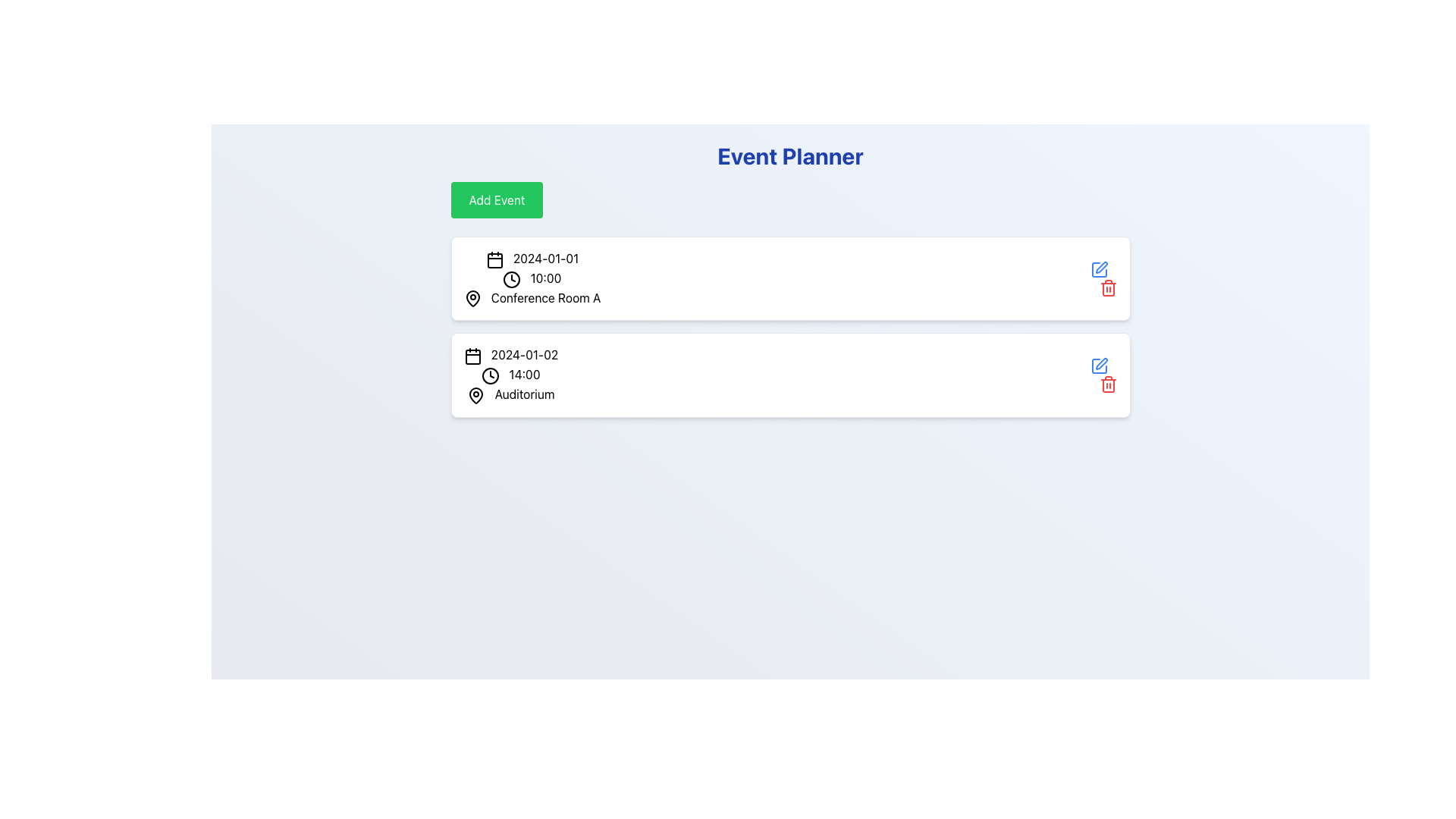 This screenshot has width=1456, height=819. I want to click on the hollow circular shape with a black stroke and white fill located within the clock icon of the second event card, so click(491, 375).